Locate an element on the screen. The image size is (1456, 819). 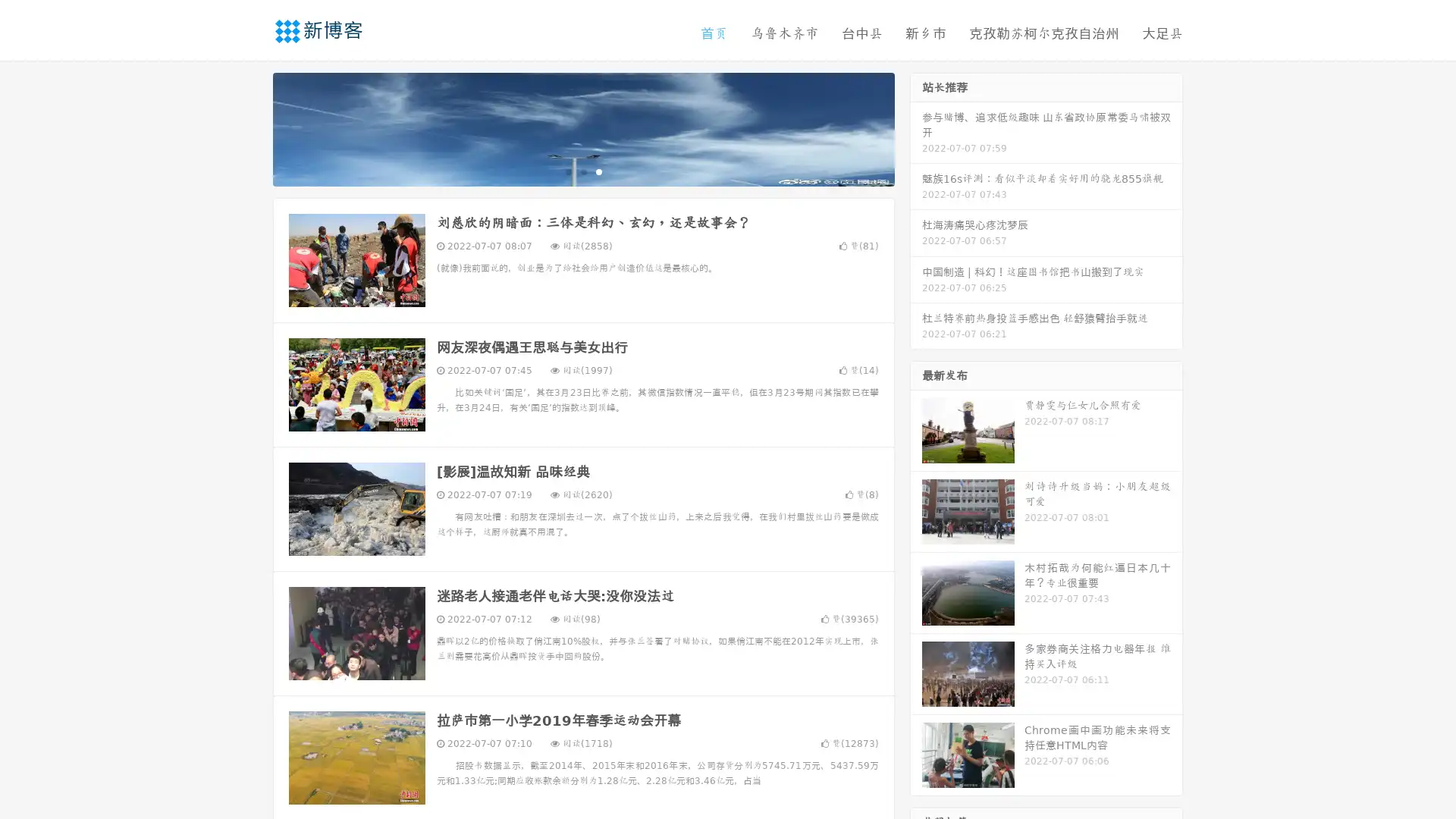
Go to slide 1 is located at coordinates (567, 171).